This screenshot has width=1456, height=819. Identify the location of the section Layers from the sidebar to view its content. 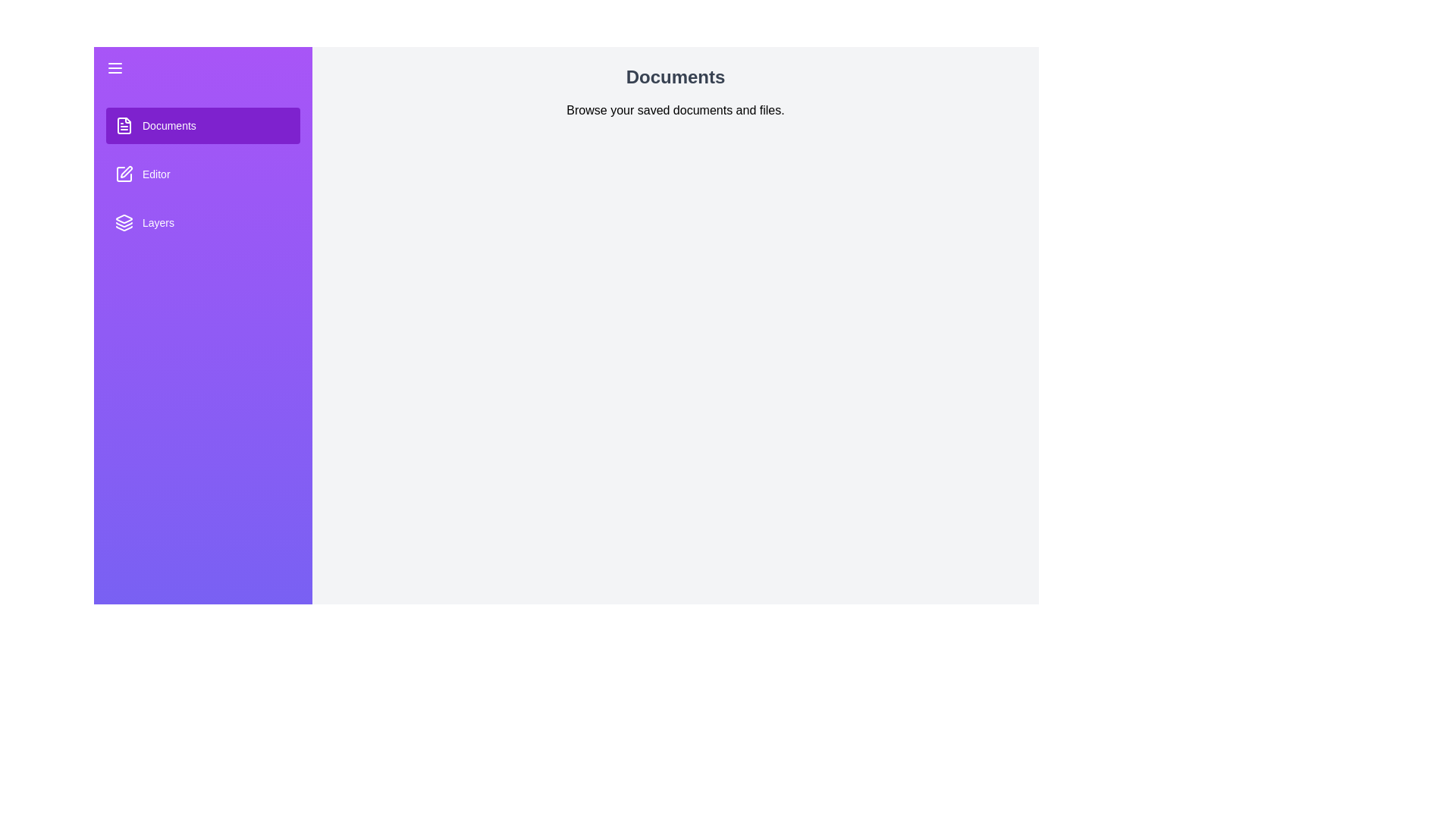
(202, 222).